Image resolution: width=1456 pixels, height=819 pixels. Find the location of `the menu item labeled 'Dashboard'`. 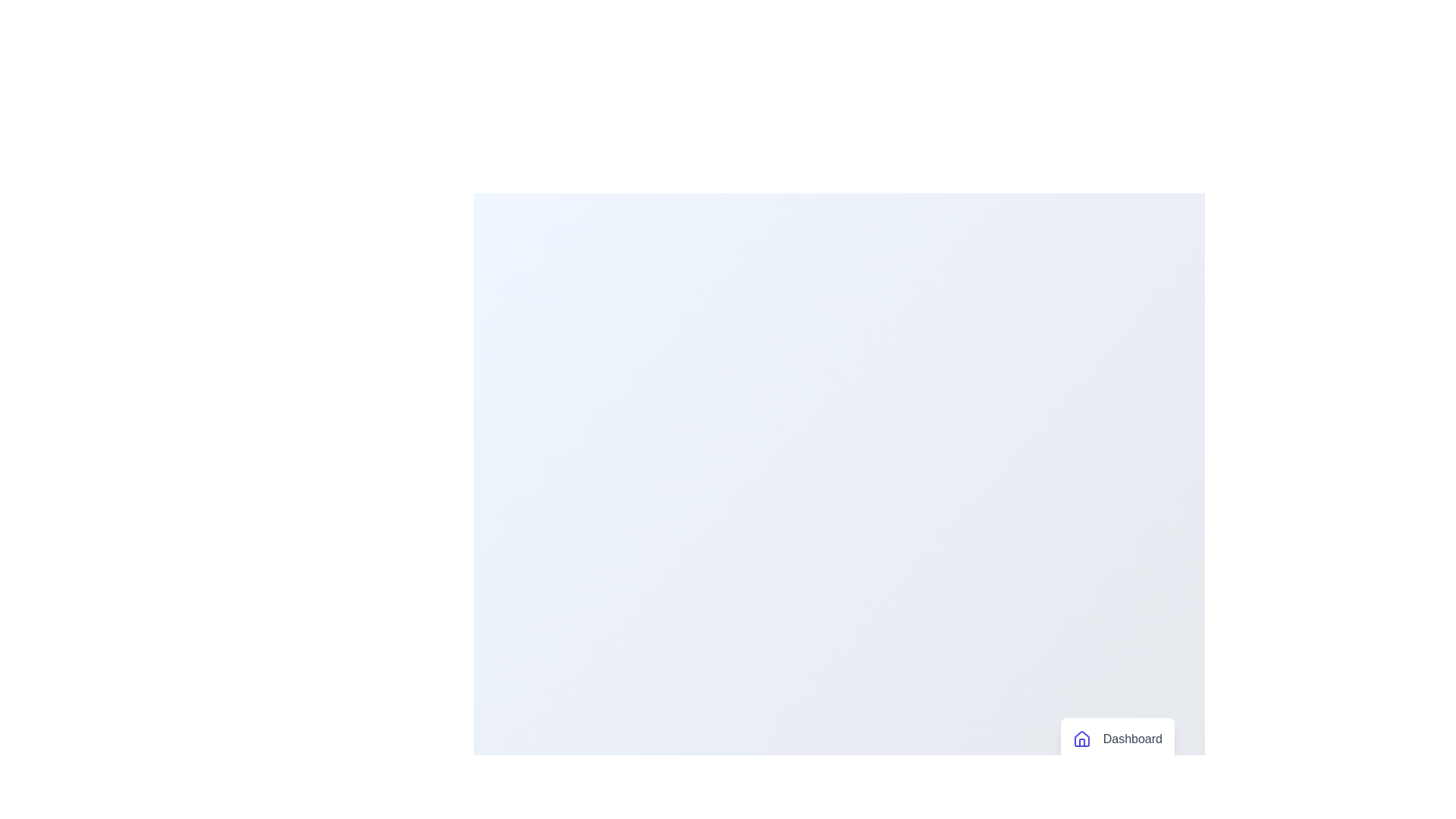

the menu item labeled 'Dashboard' is located at coordinates (1117, 739).